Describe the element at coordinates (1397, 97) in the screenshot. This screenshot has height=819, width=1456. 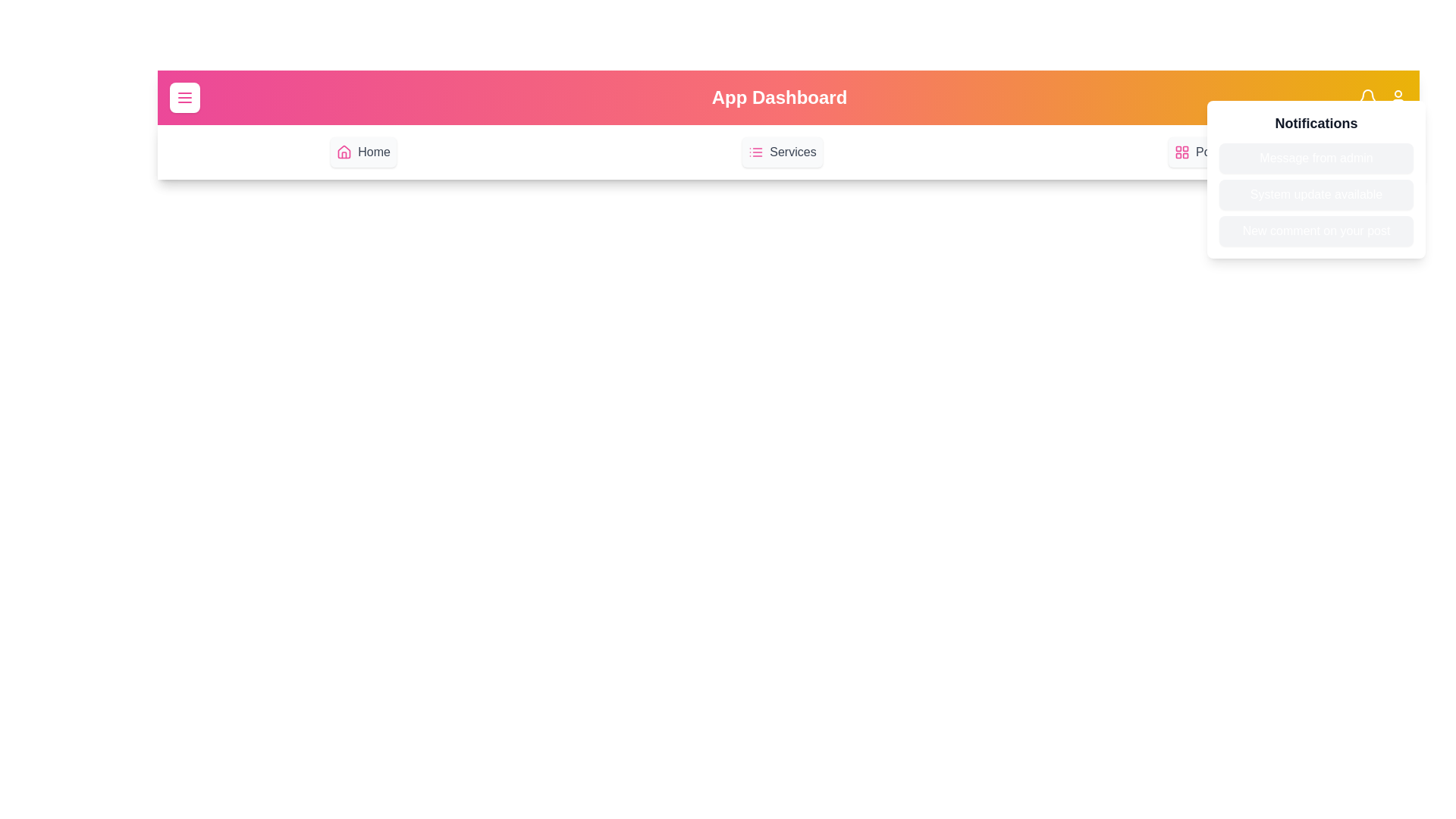
I see `the user icon in the app bar` at that location.